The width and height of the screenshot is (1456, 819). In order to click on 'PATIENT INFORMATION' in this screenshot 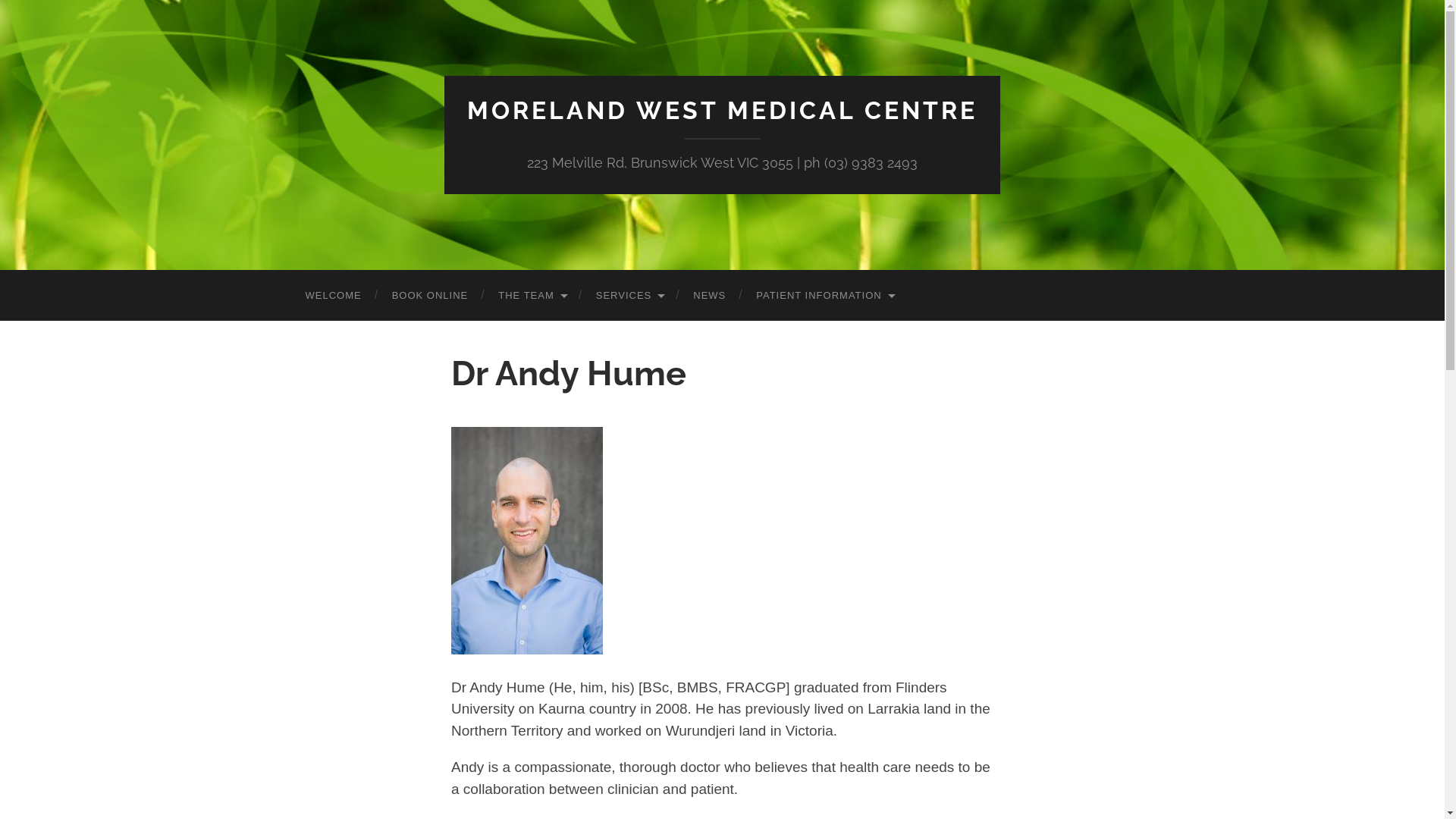, I will do `click(823, 295)`.